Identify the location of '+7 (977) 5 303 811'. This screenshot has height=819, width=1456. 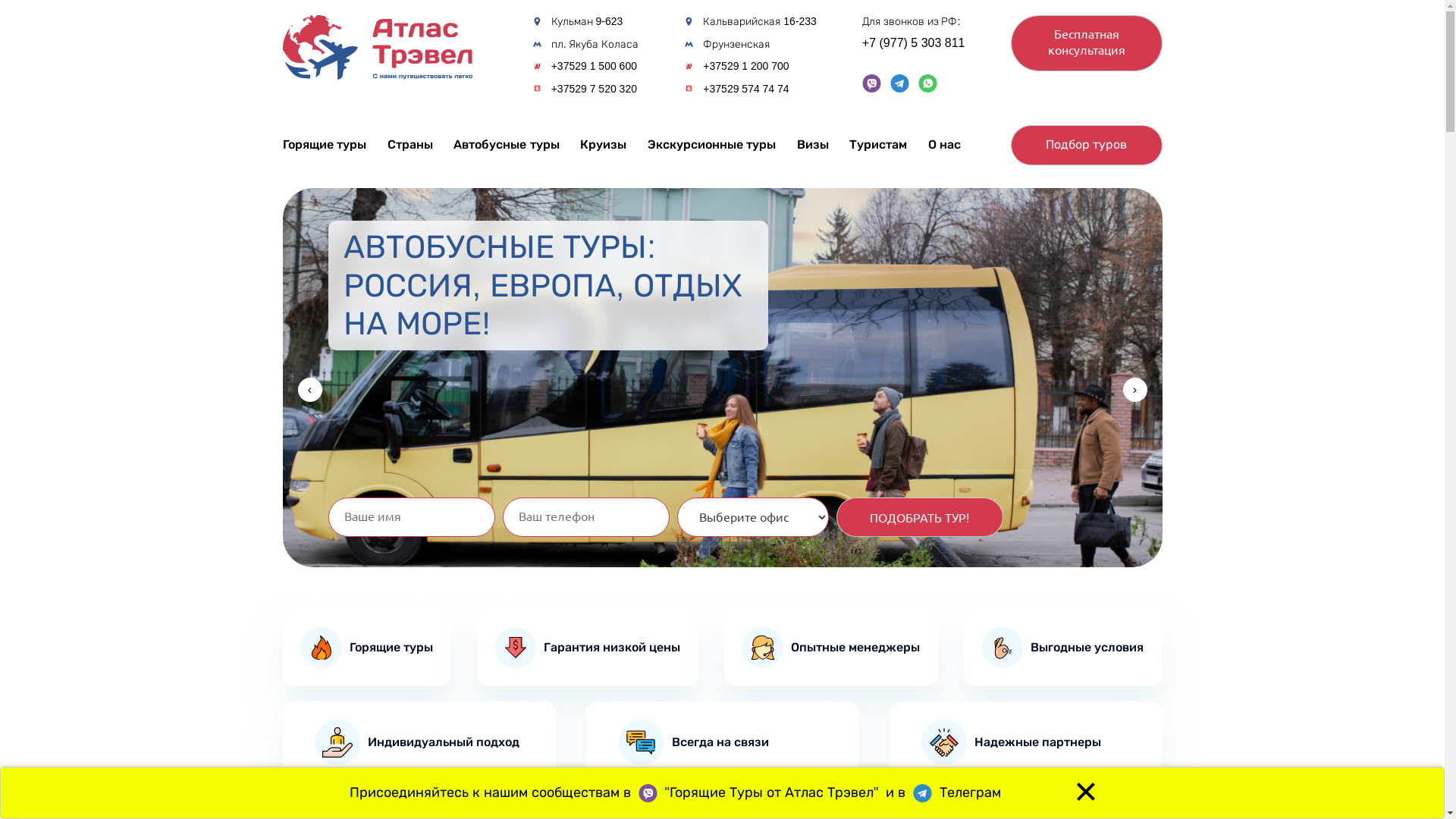
(862, 42).